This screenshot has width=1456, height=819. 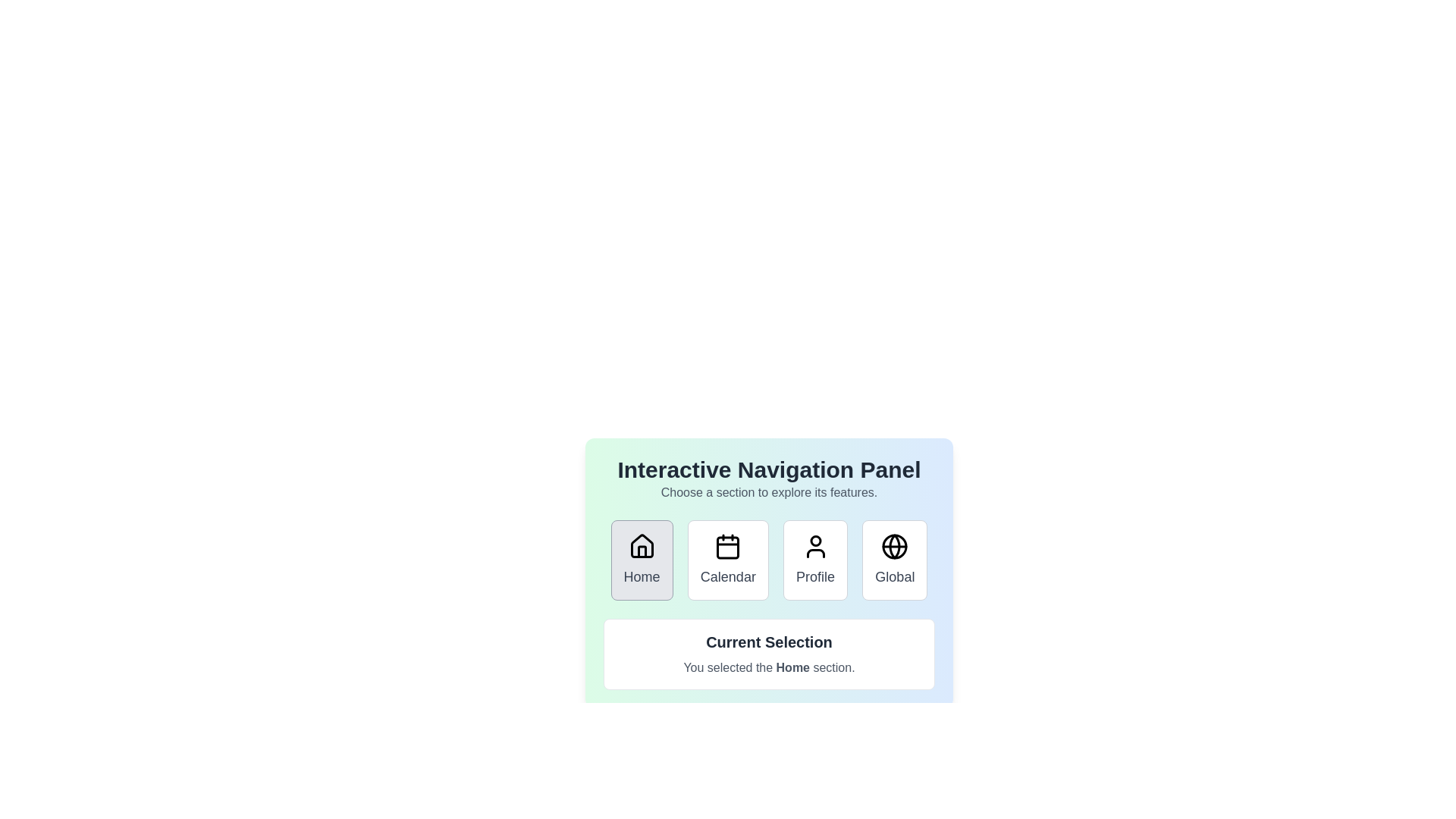 I want to click on the SVG circle graphic that is part of the globe icon located within the 'Global' section button, which is the fourth button from the left in the navigation row, so click(x=895, y=547).